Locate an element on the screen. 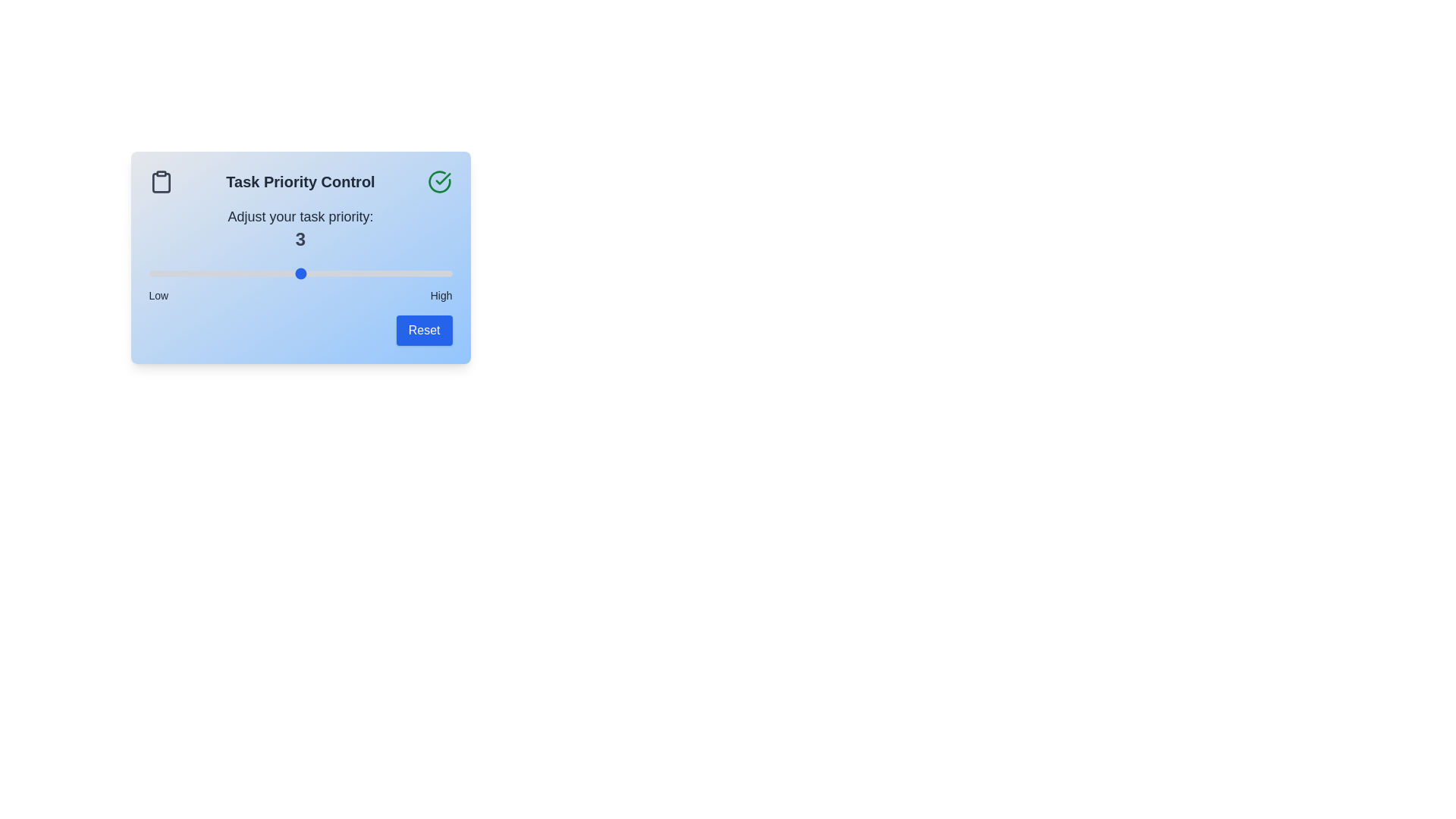 The height and width of the screenshot is (819, 1456). the priority slider to 1 within the range of 1 to 5 is located at coordinates (149, 274).